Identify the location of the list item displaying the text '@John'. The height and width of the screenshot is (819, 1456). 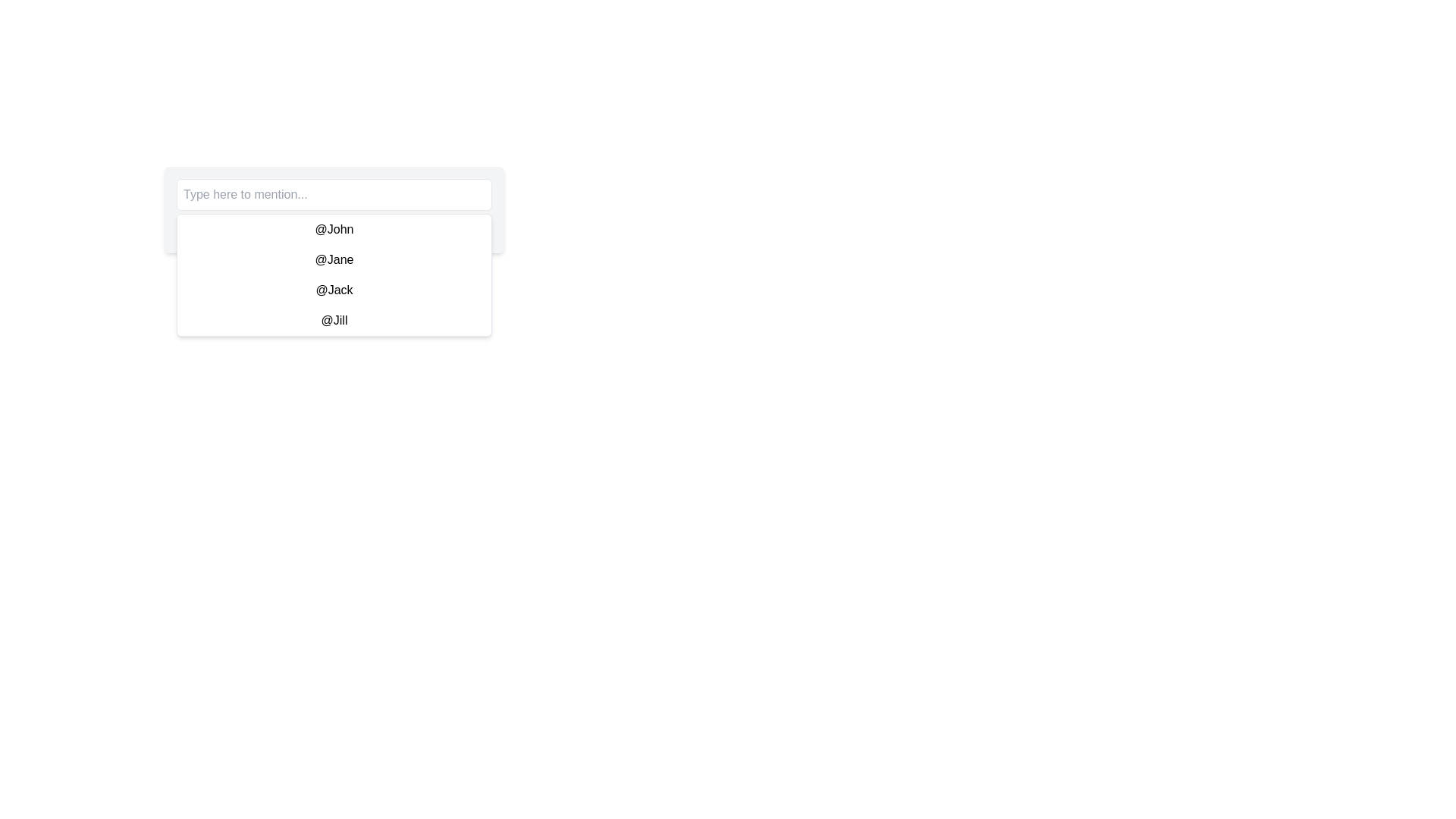
(334, 230).